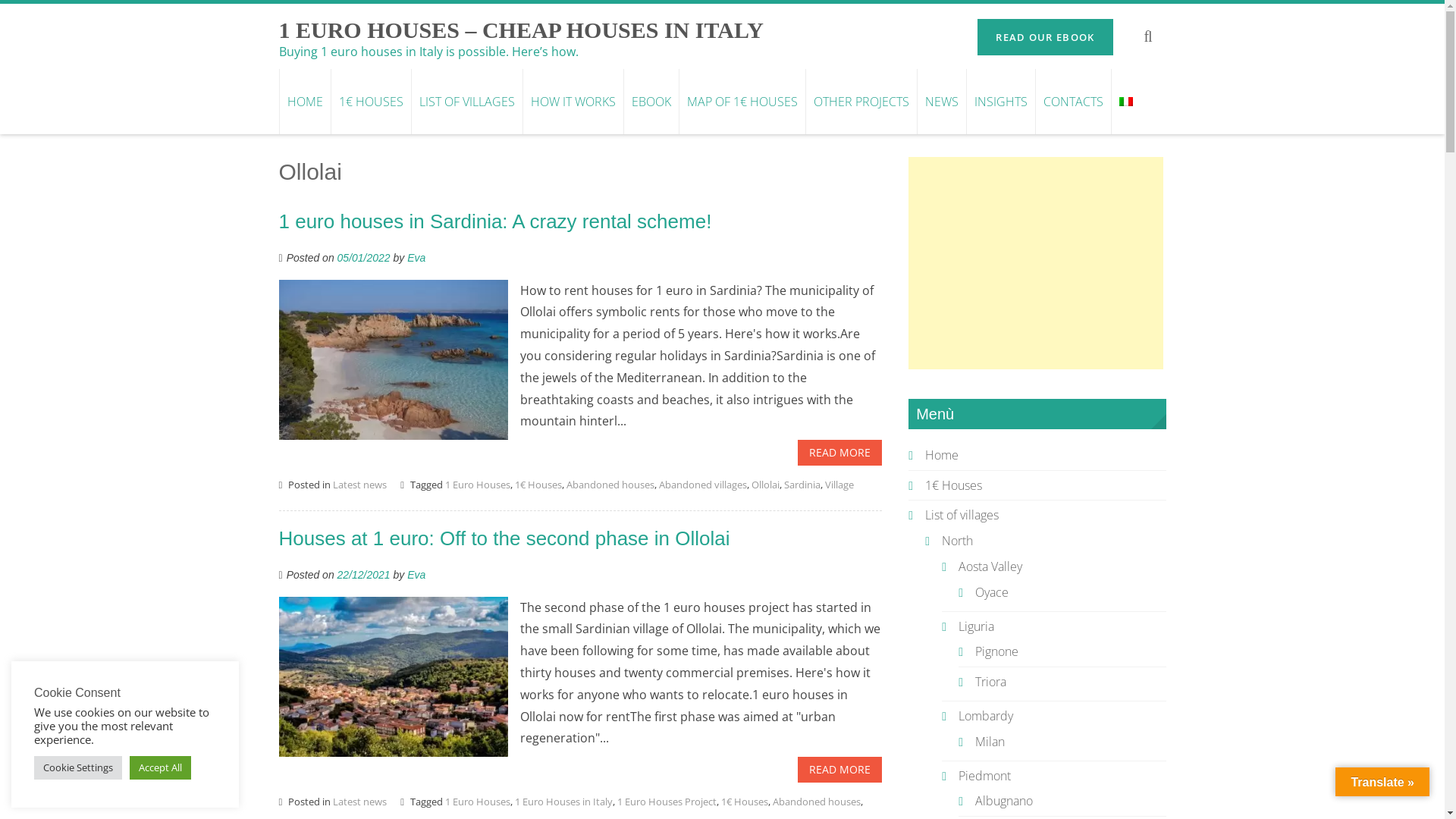 The width and height of the screenshot is (1456, 819). Describe the element at coordinates (839, 485) in the screenshot. I see `'Village'` at that location.